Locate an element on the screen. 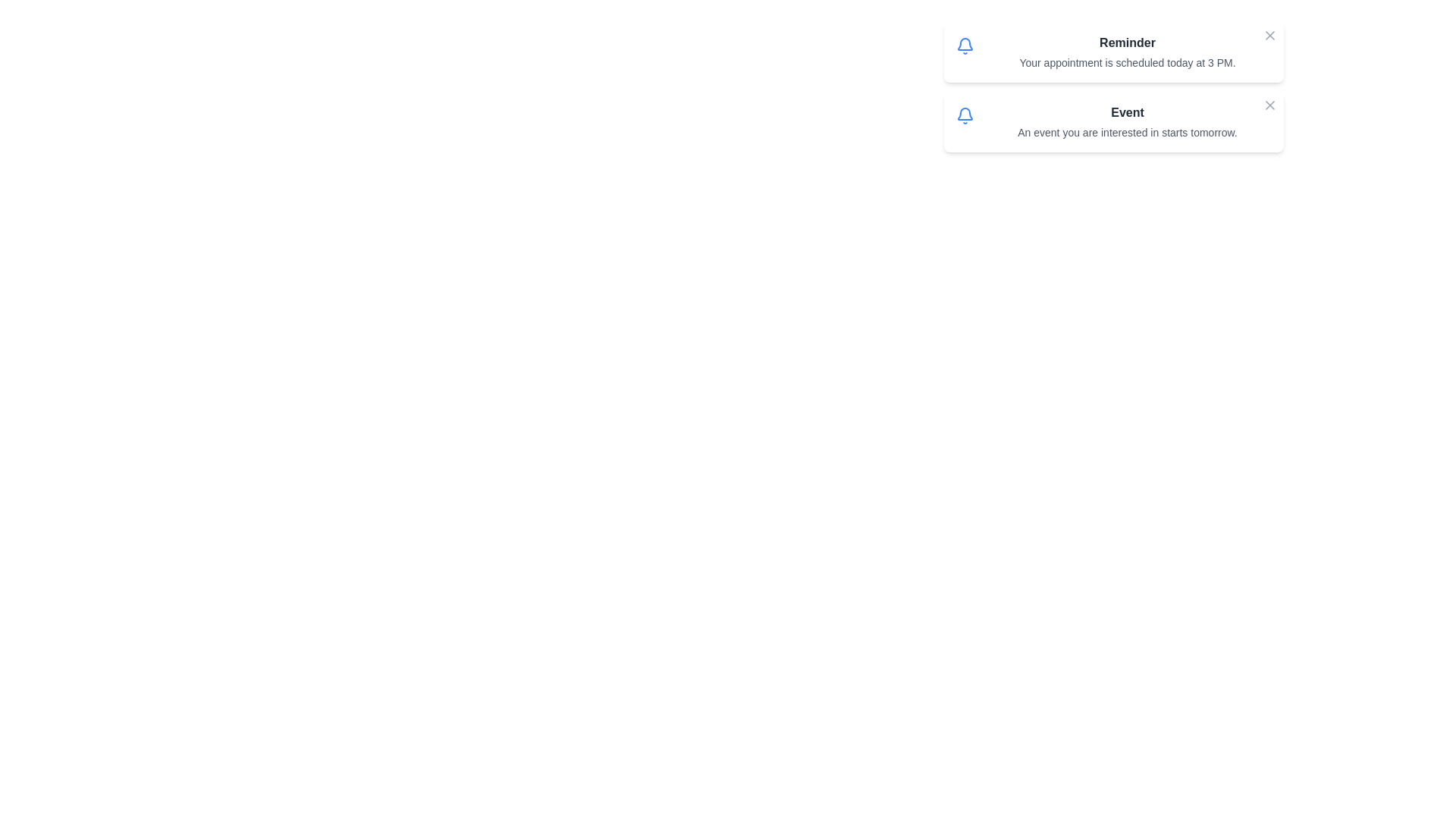  the compact 'X' icon button located at the top-right corner of the 'Reminder' notification card is located at coordinates (1270, 34).